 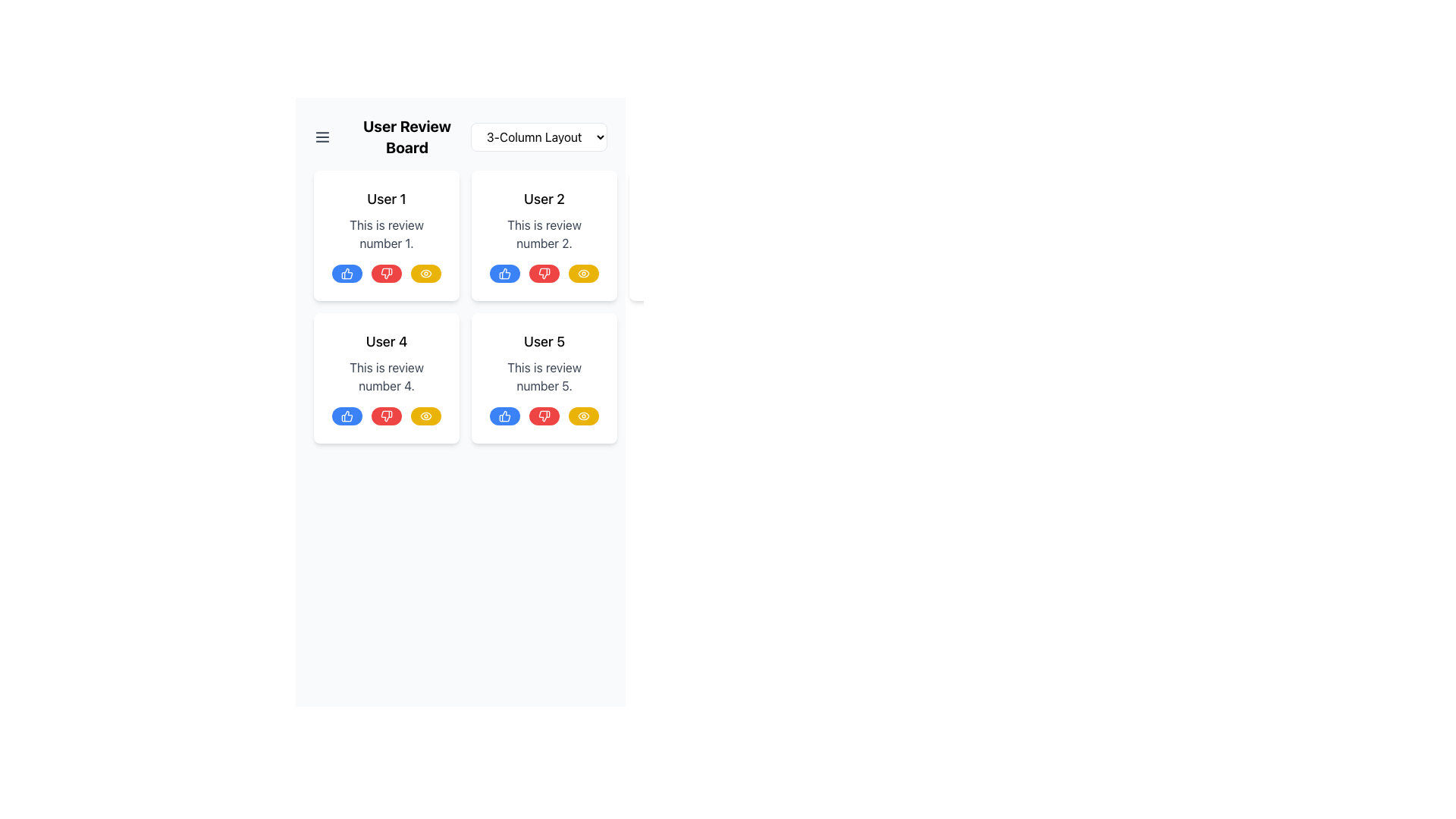 I want to click on the 'view' button located in the bottom-right corner of the card labeled 'User 4', which is the third button in the action bar following the thumbs-up and thumbs-down buttons, so click(x=425, y=416).